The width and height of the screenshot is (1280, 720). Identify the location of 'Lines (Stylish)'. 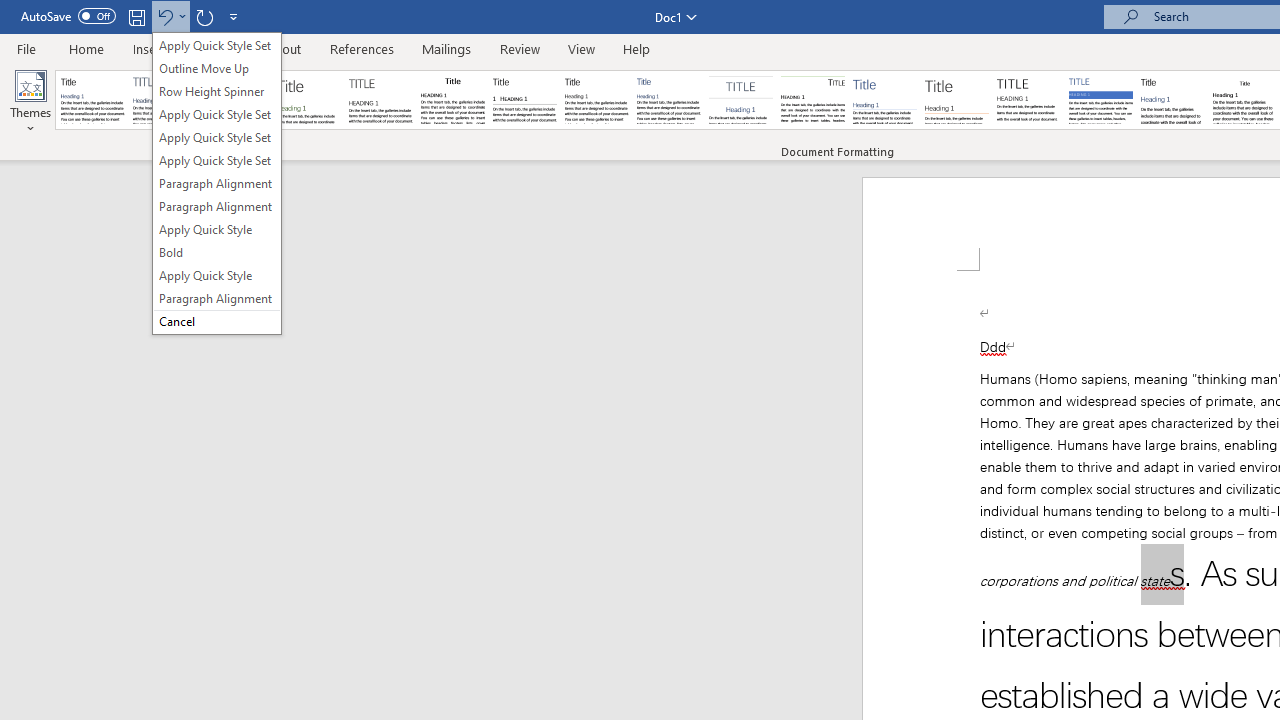
(956, 100).